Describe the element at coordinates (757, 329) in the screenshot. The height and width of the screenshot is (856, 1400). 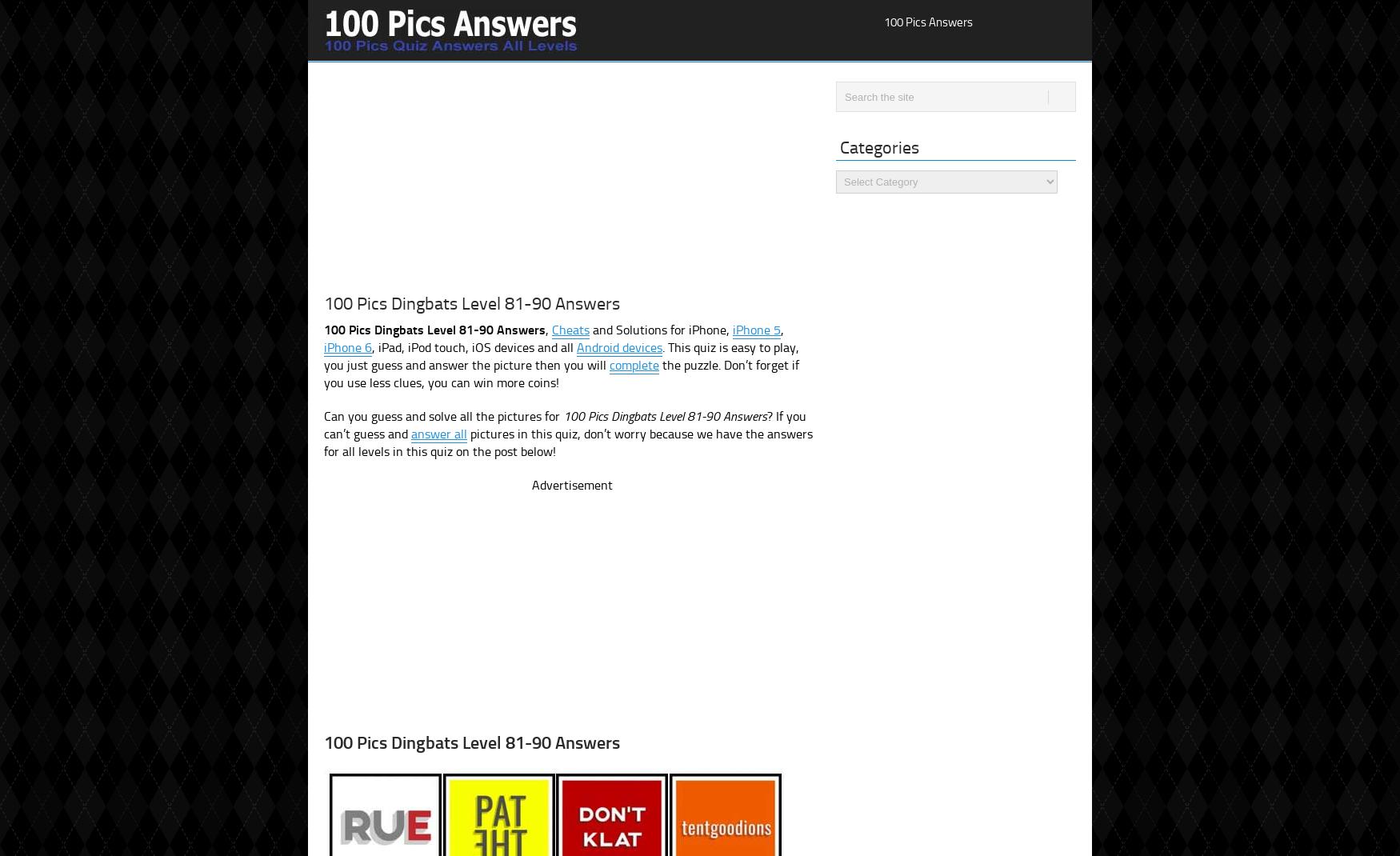
I see `'iPhone 5'` at that location.